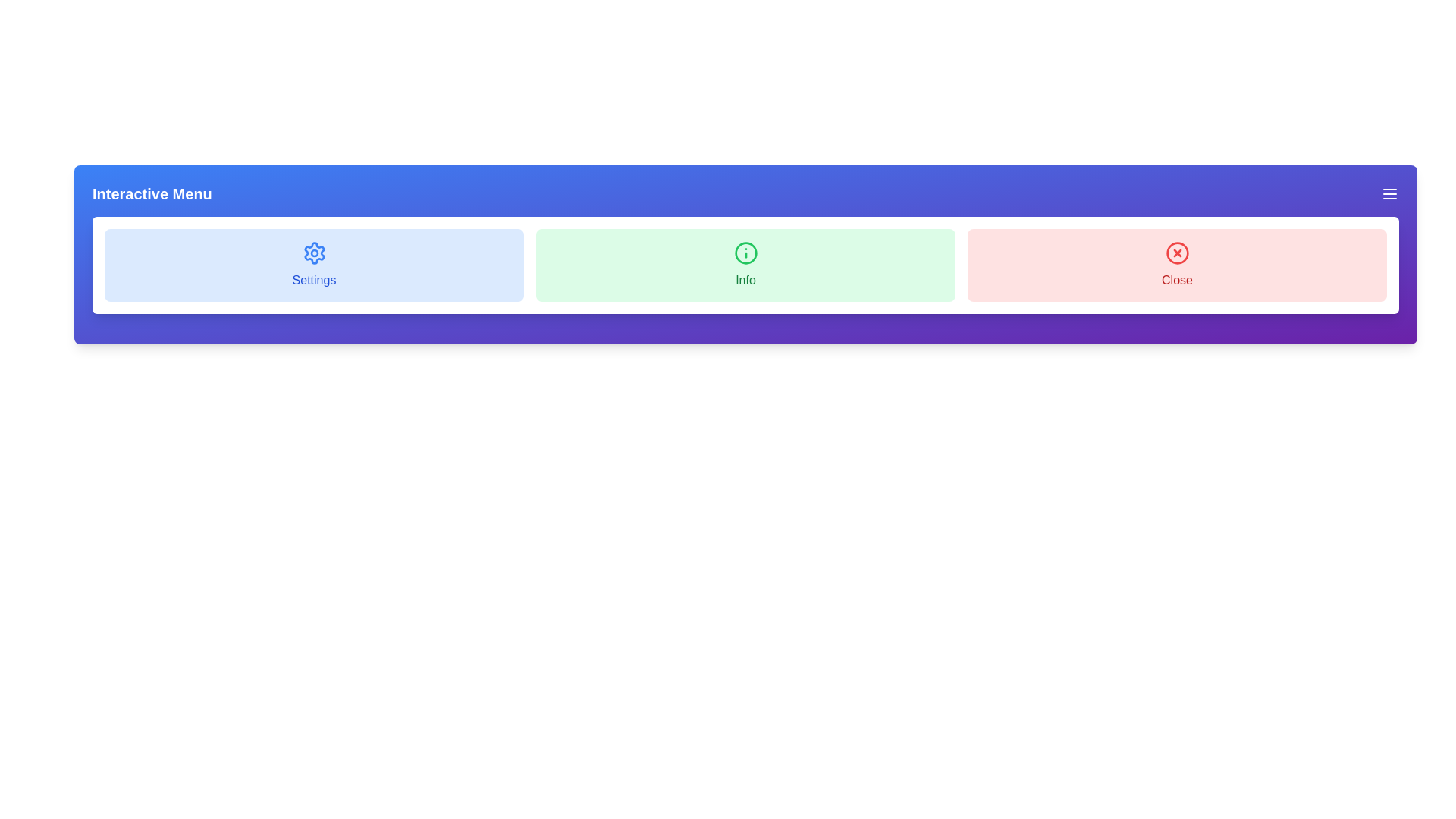 The width and height of the screenshot is (1456, 819). I want to click on the 'Settings' button, so click(313, 265).